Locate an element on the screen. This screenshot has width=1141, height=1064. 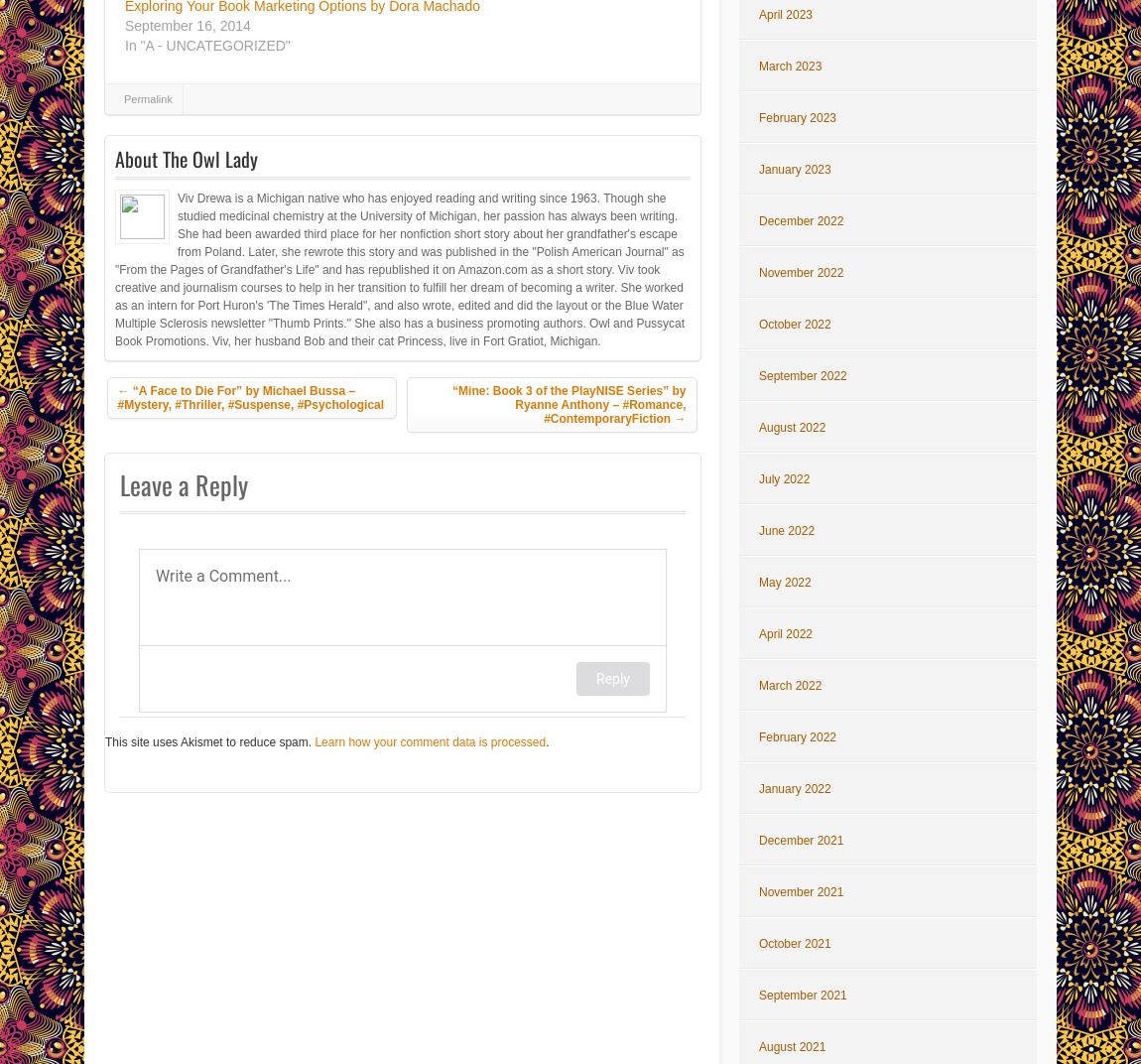
'March 2023' is located at coordinates (789, 66).